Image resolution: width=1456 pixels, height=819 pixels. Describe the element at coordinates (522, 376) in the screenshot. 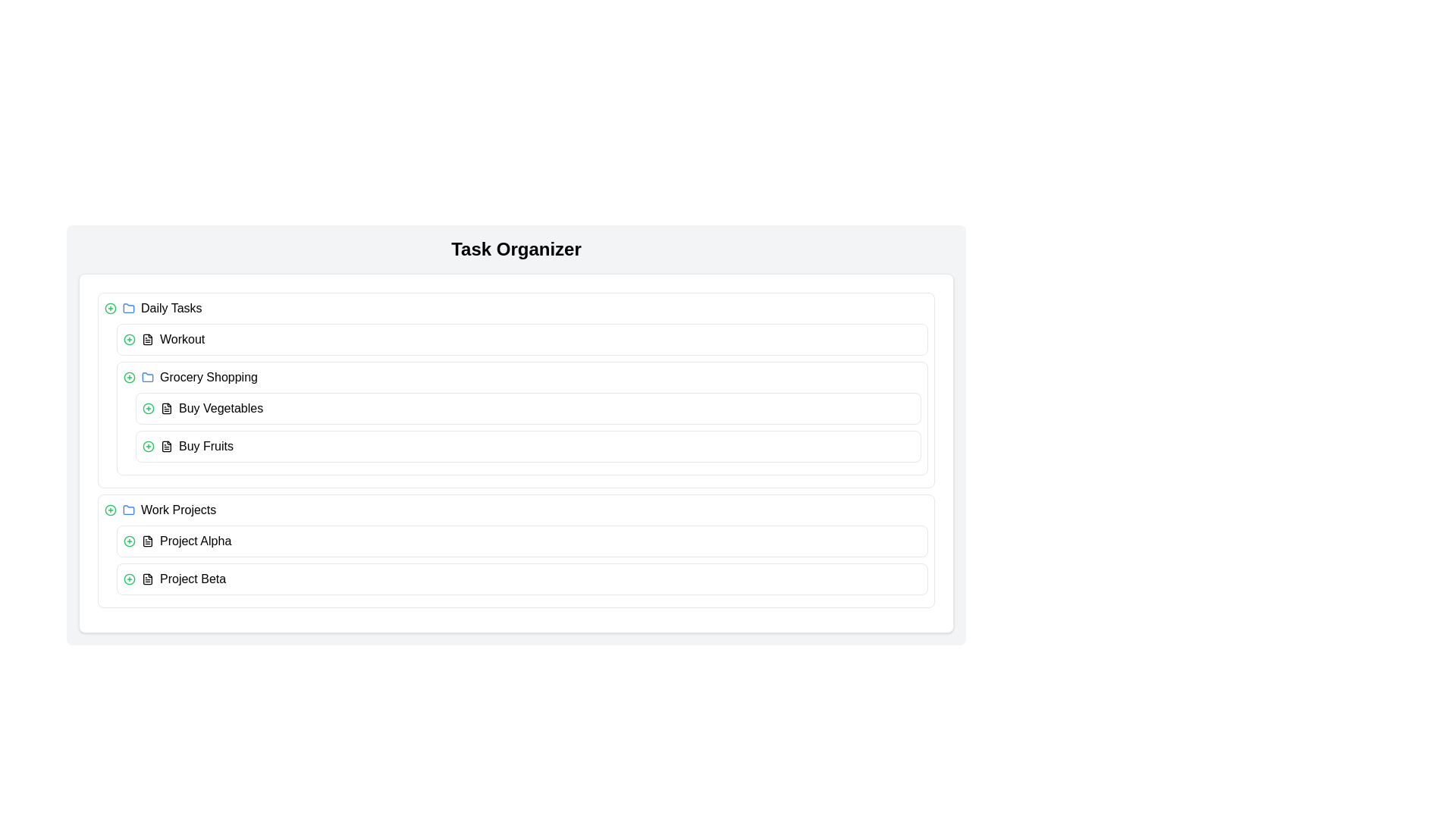

I see `the 'Grocery Shopping' task item` at that location.